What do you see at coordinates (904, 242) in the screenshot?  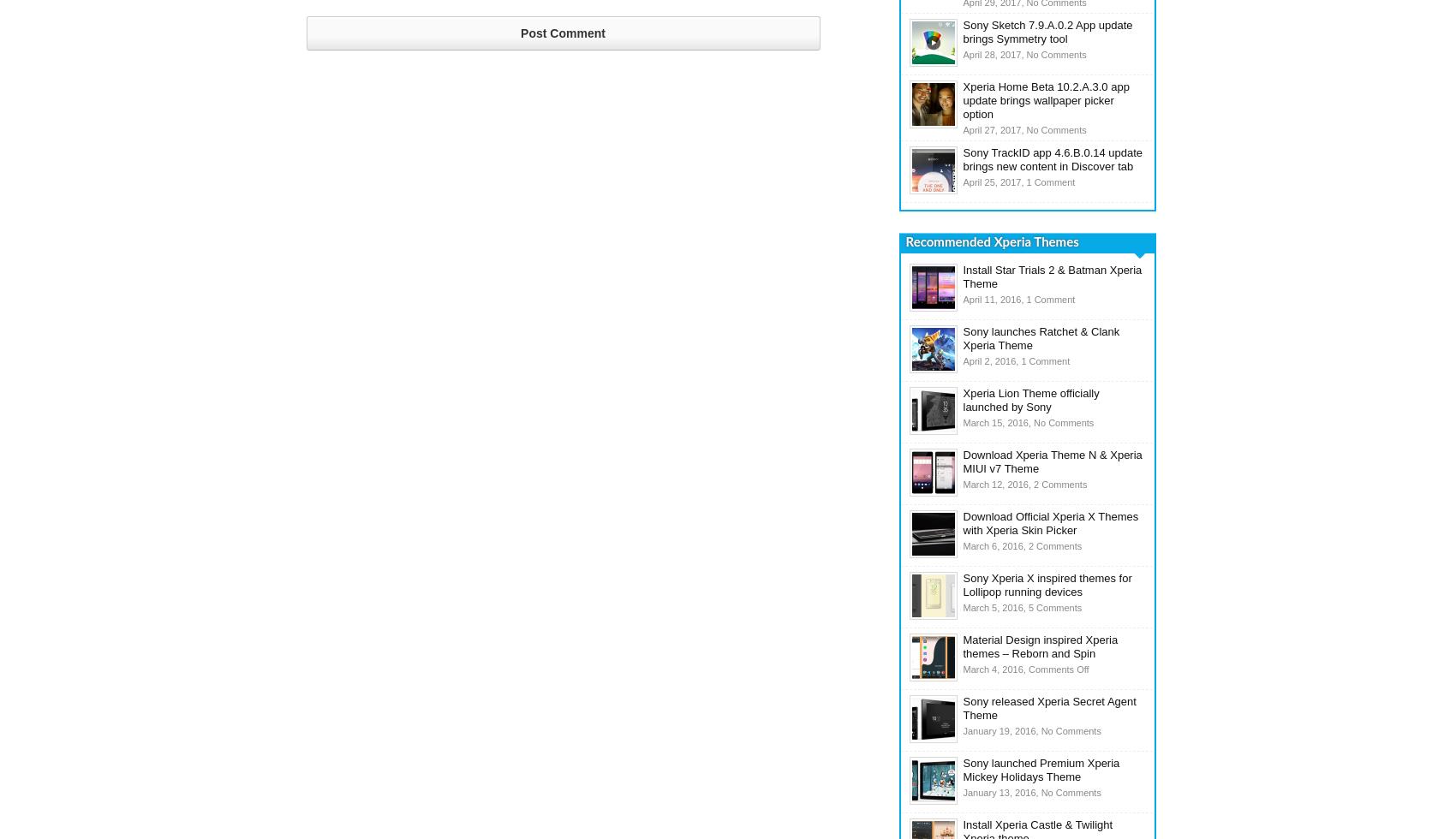 I see `'Recommended Xperia Themes'` at bounding box center [904, 242].